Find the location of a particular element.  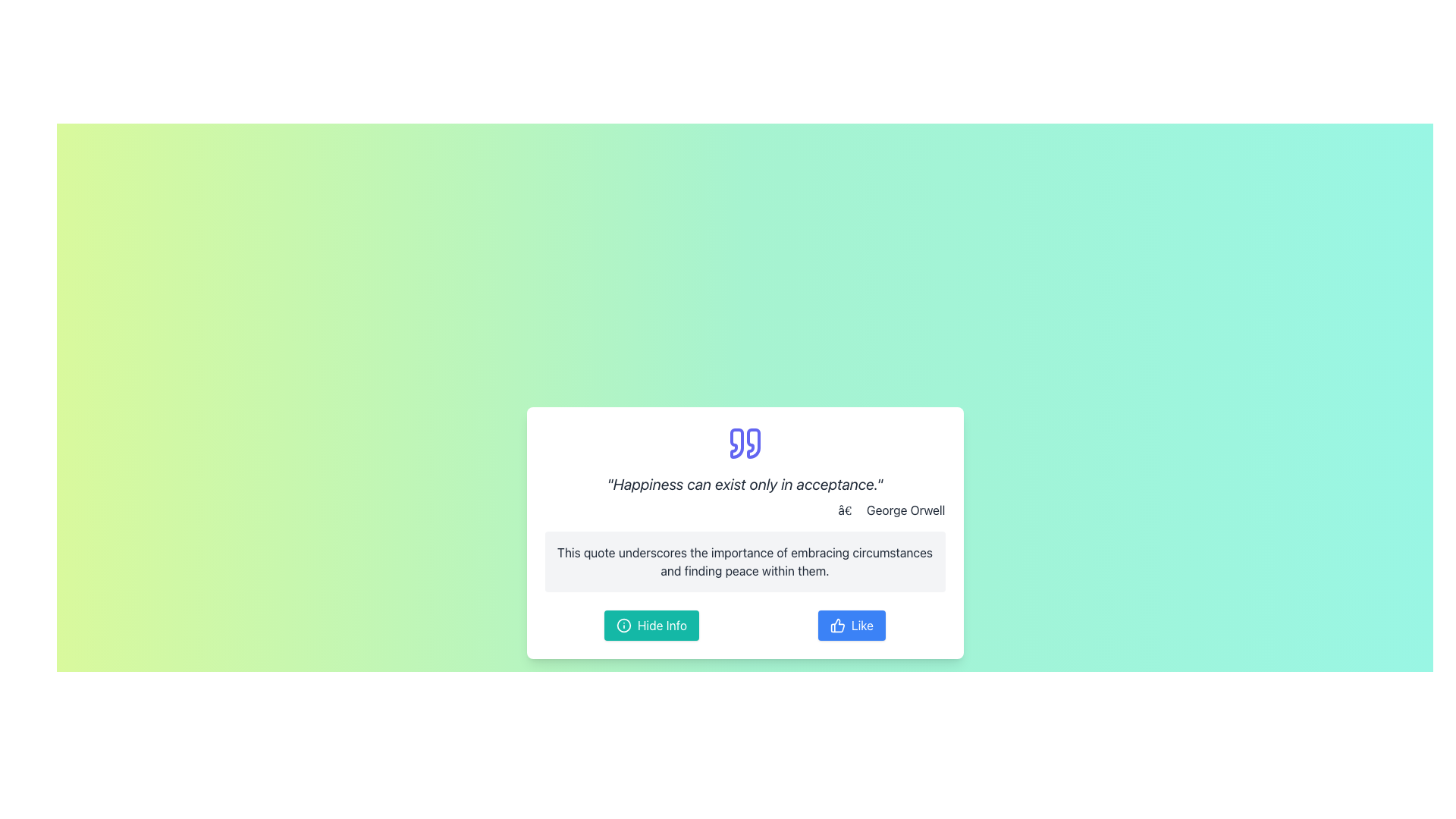

the stylized 'thumbs-up' icon on the 'Like' button located at the bottom right of the quote card is located at coordinates (836, 626).